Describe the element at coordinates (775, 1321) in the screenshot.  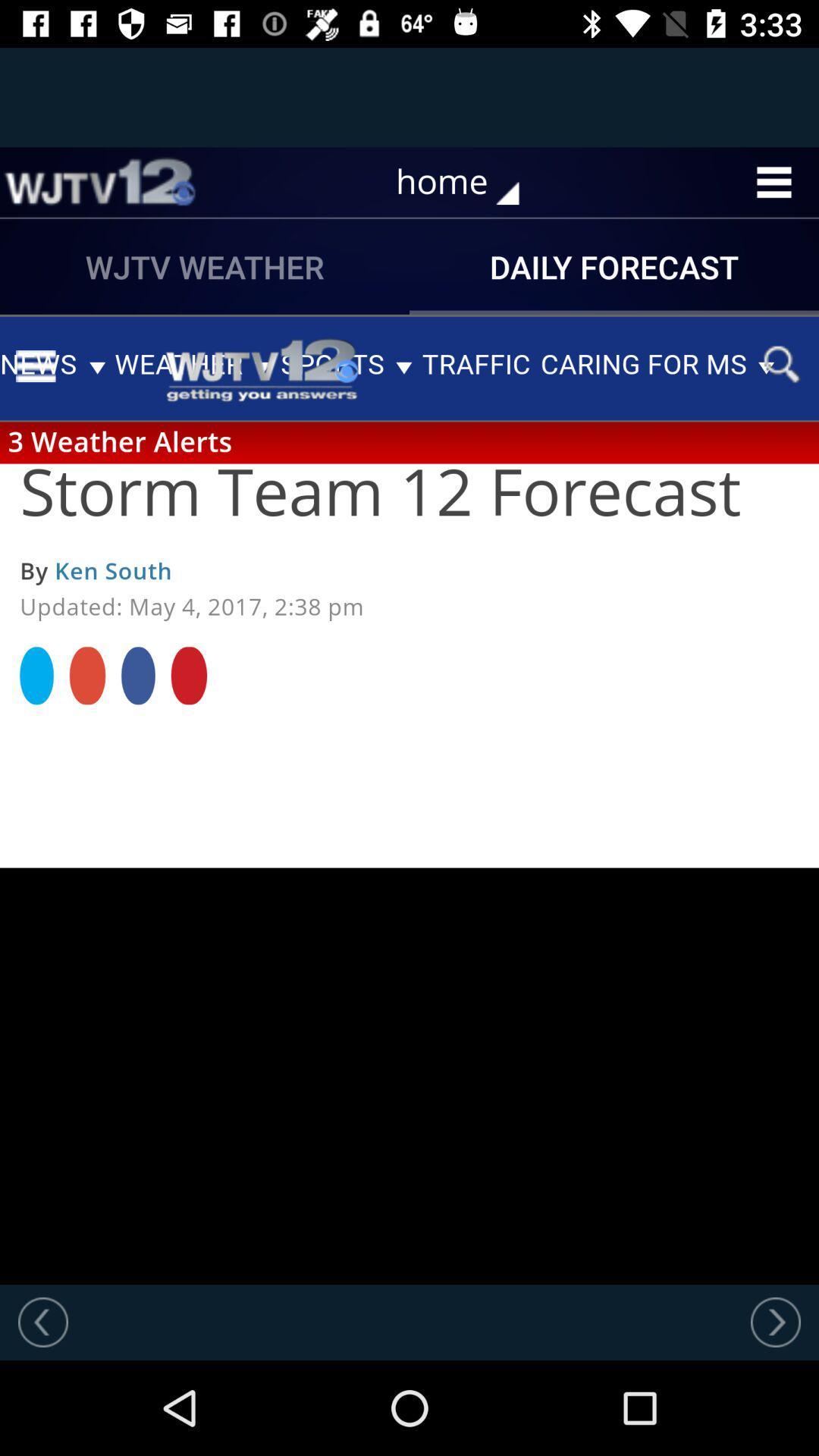
I see `next field` at that location.